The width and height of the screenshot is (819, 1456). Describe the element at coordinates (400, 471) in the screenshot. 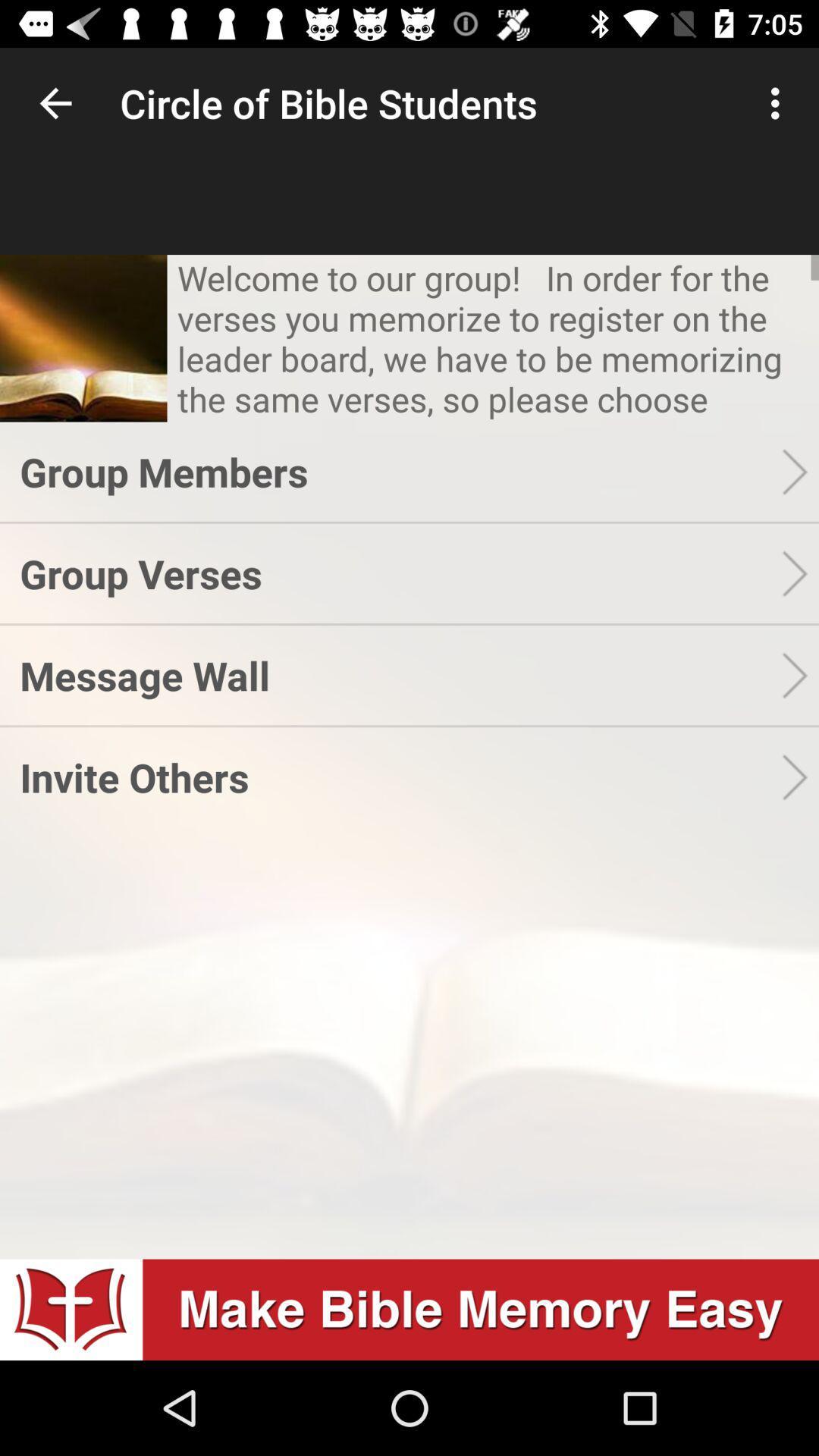

I see `group members app` at that location.